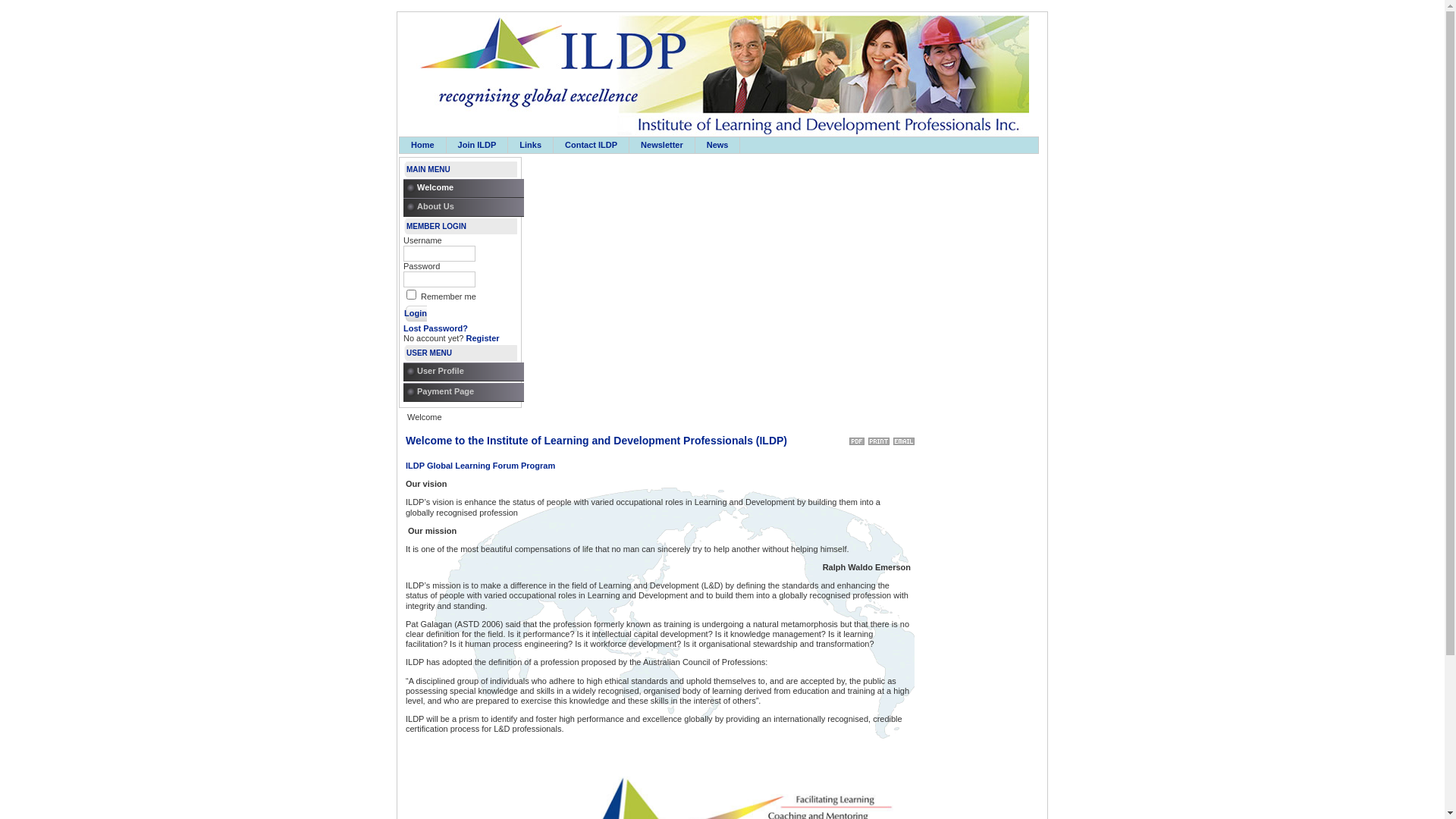 This screenshot has height=819, width=1456. Describe the element at coordinates (466, 207) in the screenshot. I see `'About Us'` at that location.